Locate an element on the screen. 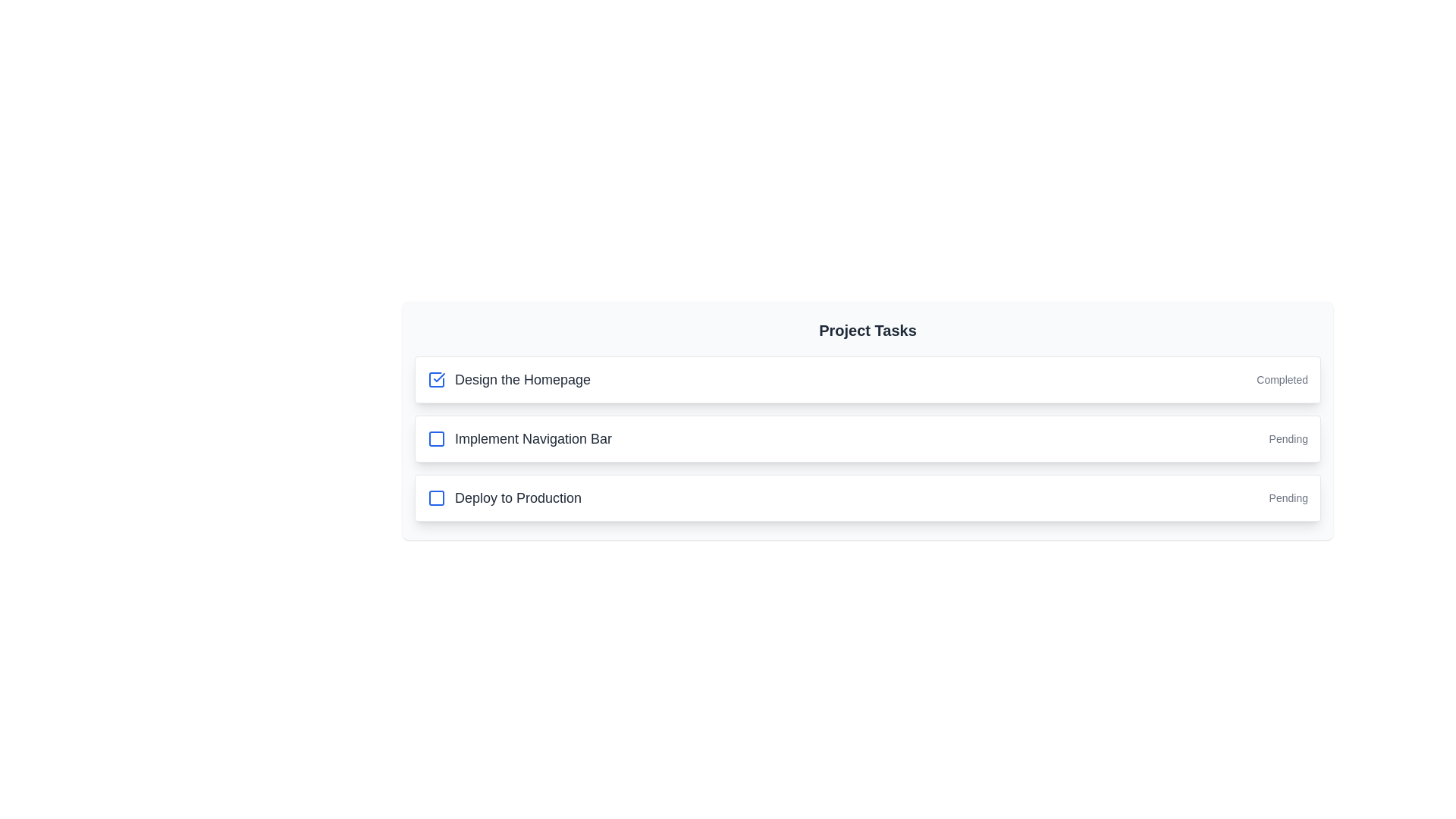 The image size is (1456, 819). the third task item in the task list, which is located between 'Implement Navigation Bar' and the next task item is located at coordinates (868, 497).